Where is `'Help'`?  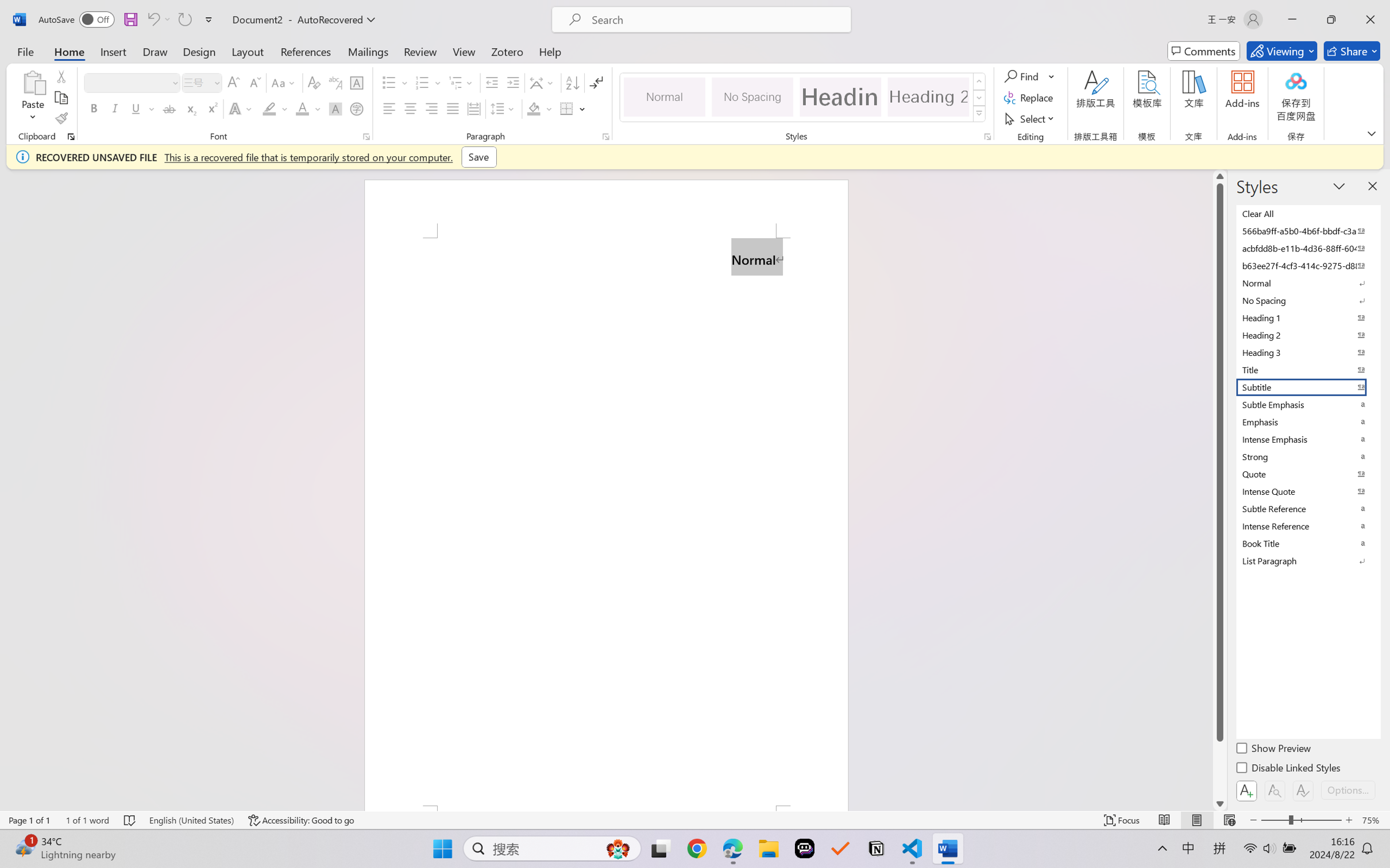
'Help' is located at coordinates (549, 51).